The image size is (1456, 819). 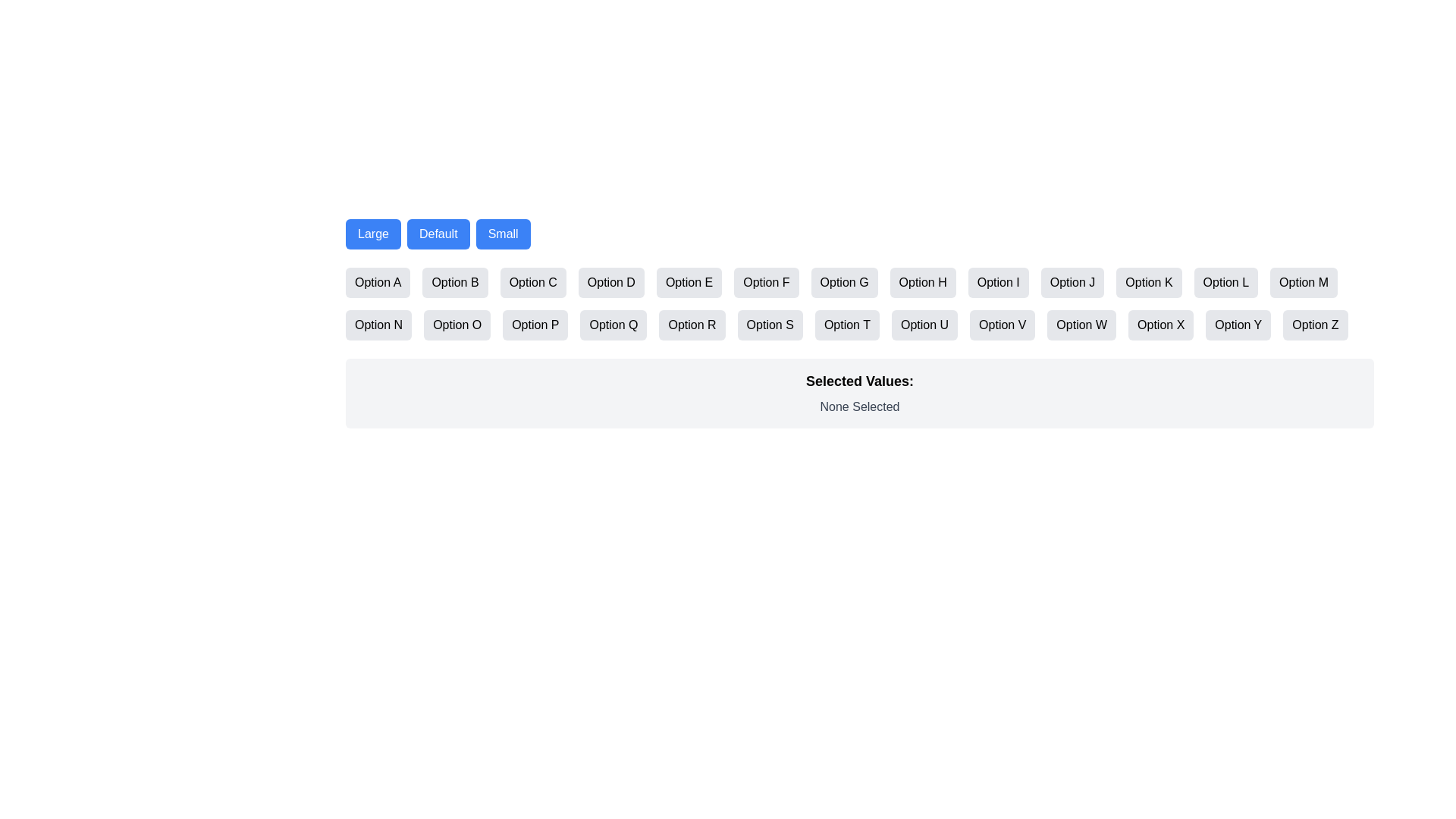 What do you see at coordinates (533, 283) in the screenshot?
I see `the option labeled 'Option C' for interaction, which is the third item in the first row of a grid of selectable options` at bounding box center [533, 283].